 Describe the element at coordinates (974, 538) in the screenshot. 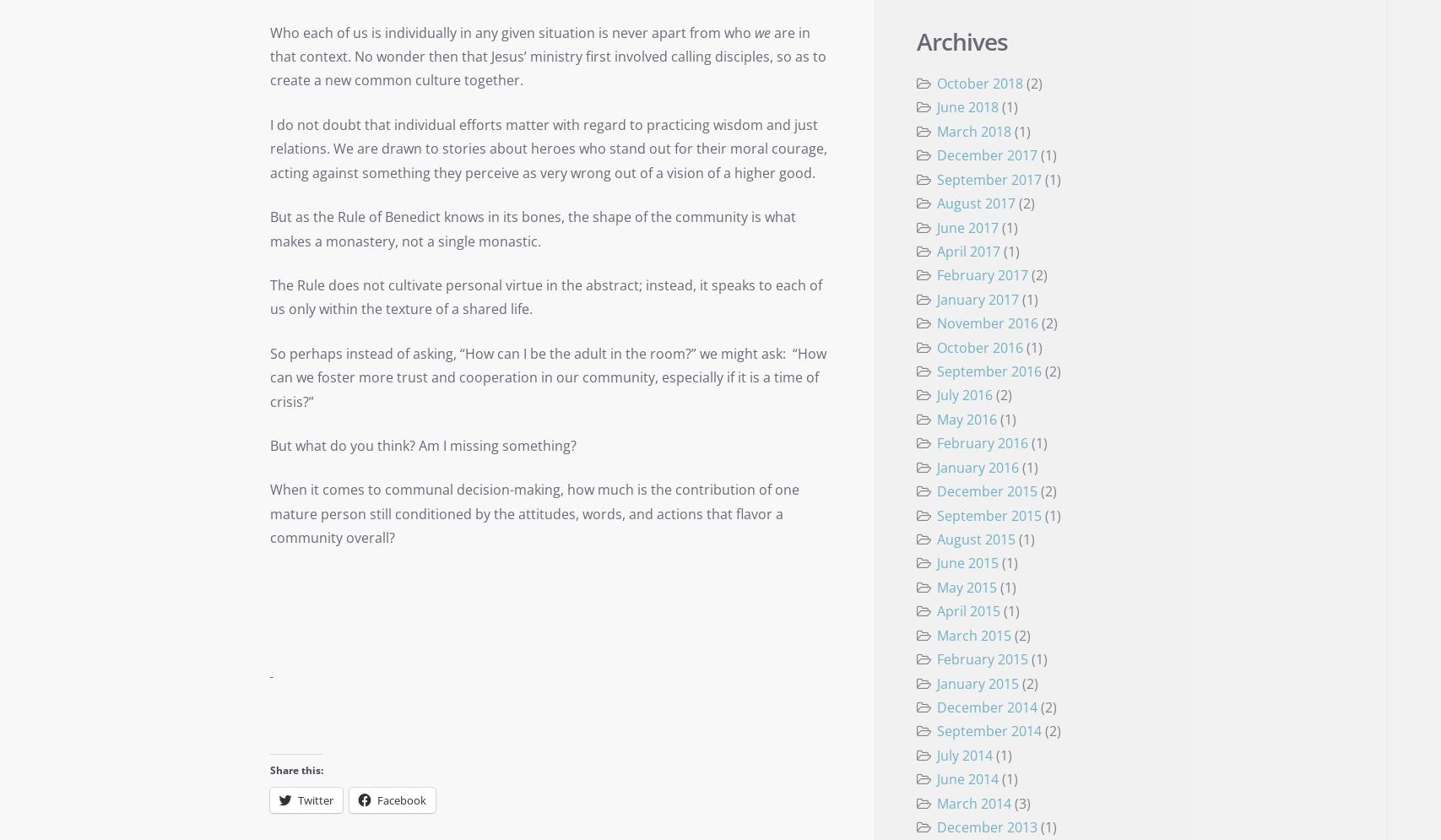

I see `'August 2015'` at that location.